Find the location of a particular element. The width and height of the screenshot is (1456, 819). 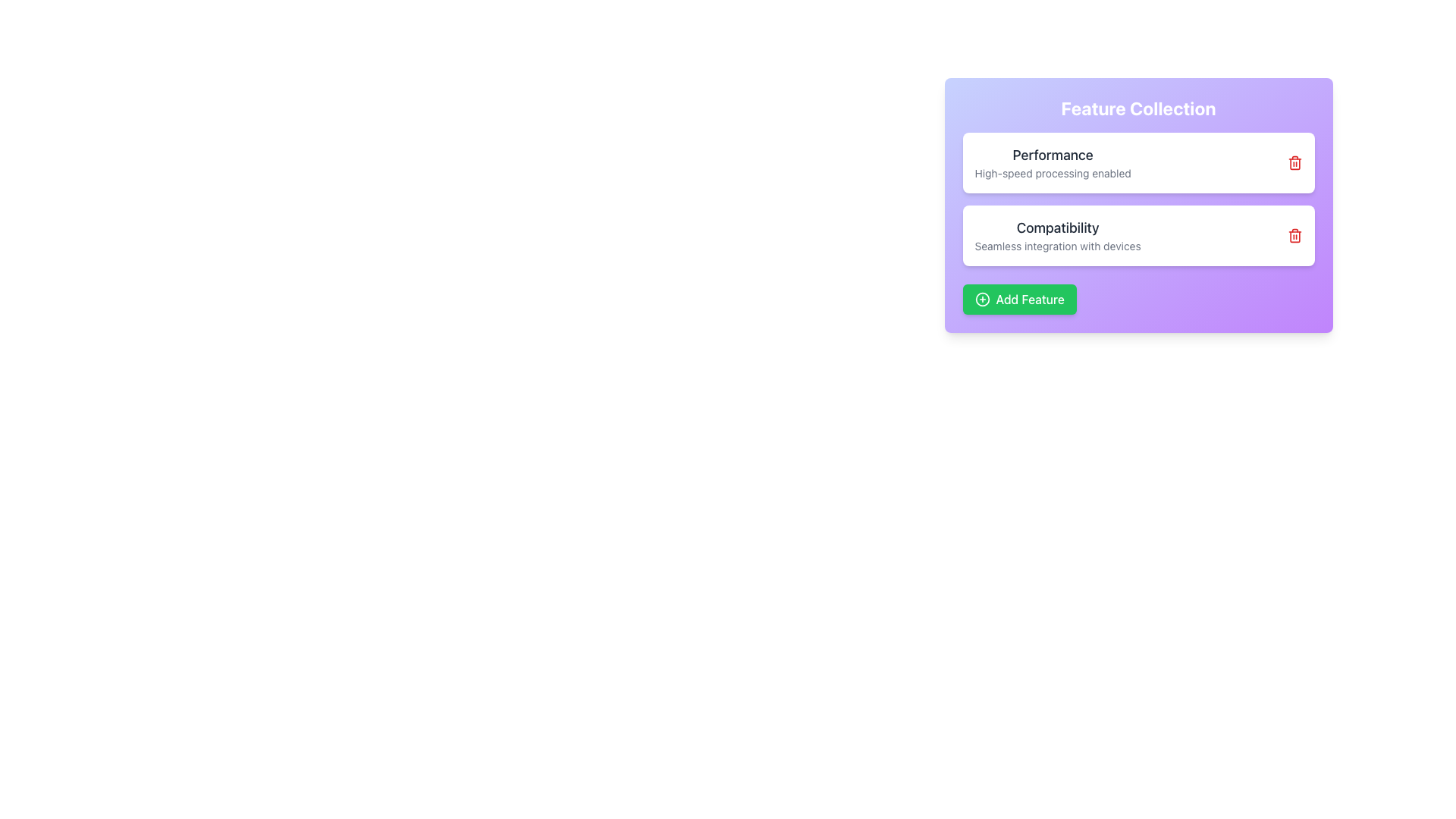

the red trash bin icon located at the top-right corner of the 'Performance' card is located at coordinates (1294, 163).